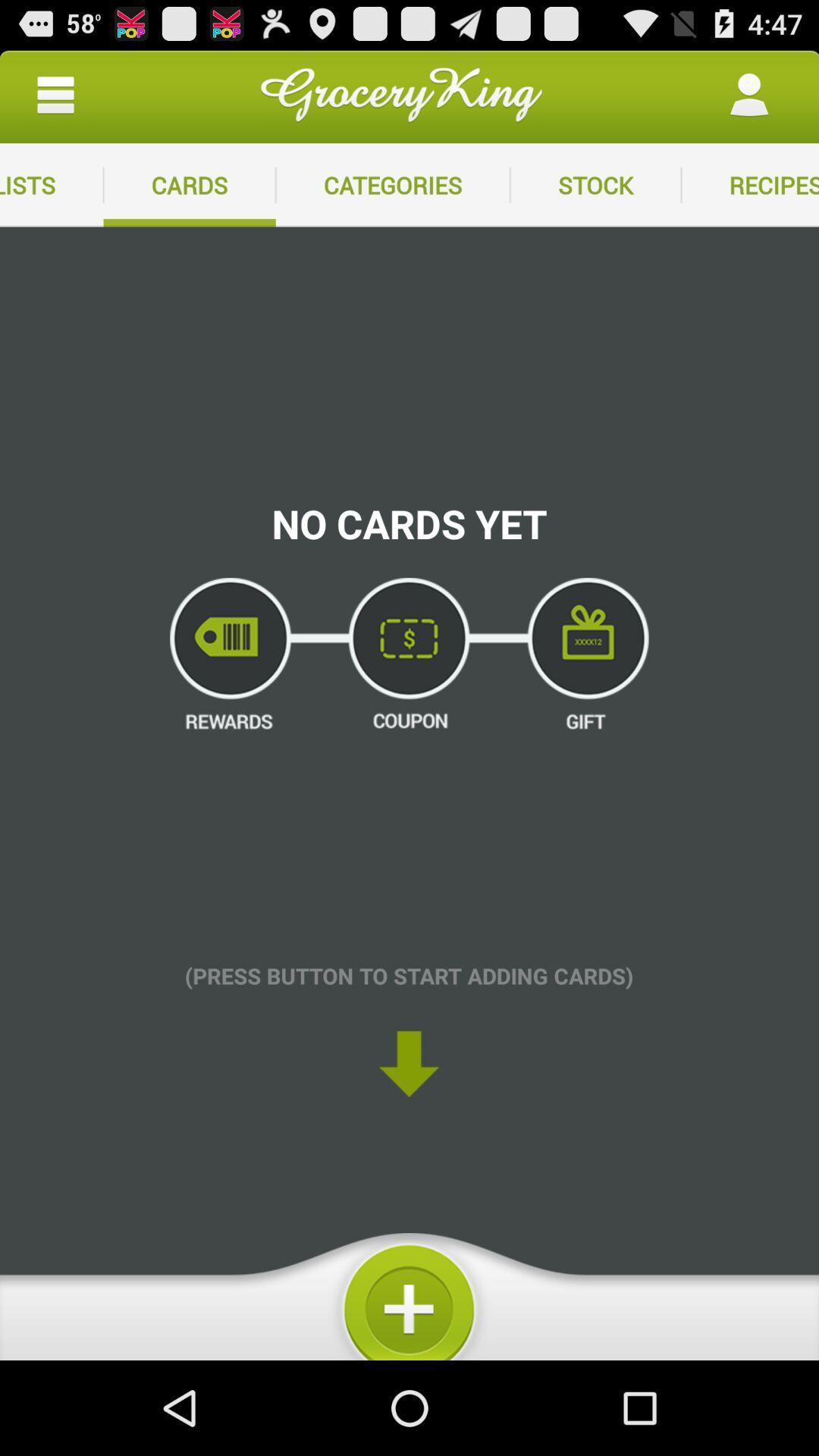 The width and height of the screenshot is (819, 1456). Describe the element at coordinates (55, 94) in the screenshot. I see `icon to the left of the cards icon` at that location.